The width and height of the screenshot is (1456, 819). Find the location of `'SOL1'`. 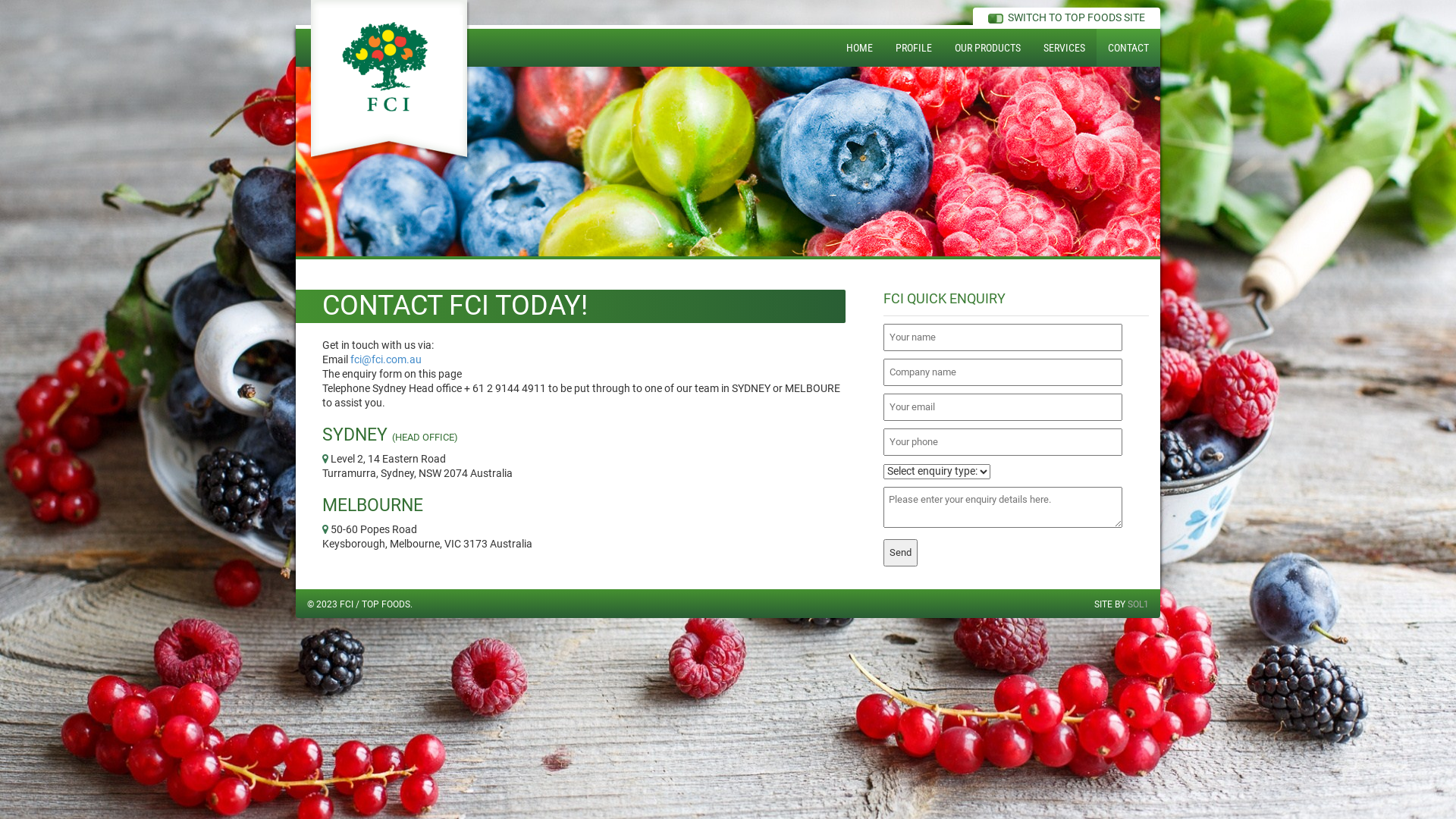

'SOL1' is located at coordinates (1138, 604).